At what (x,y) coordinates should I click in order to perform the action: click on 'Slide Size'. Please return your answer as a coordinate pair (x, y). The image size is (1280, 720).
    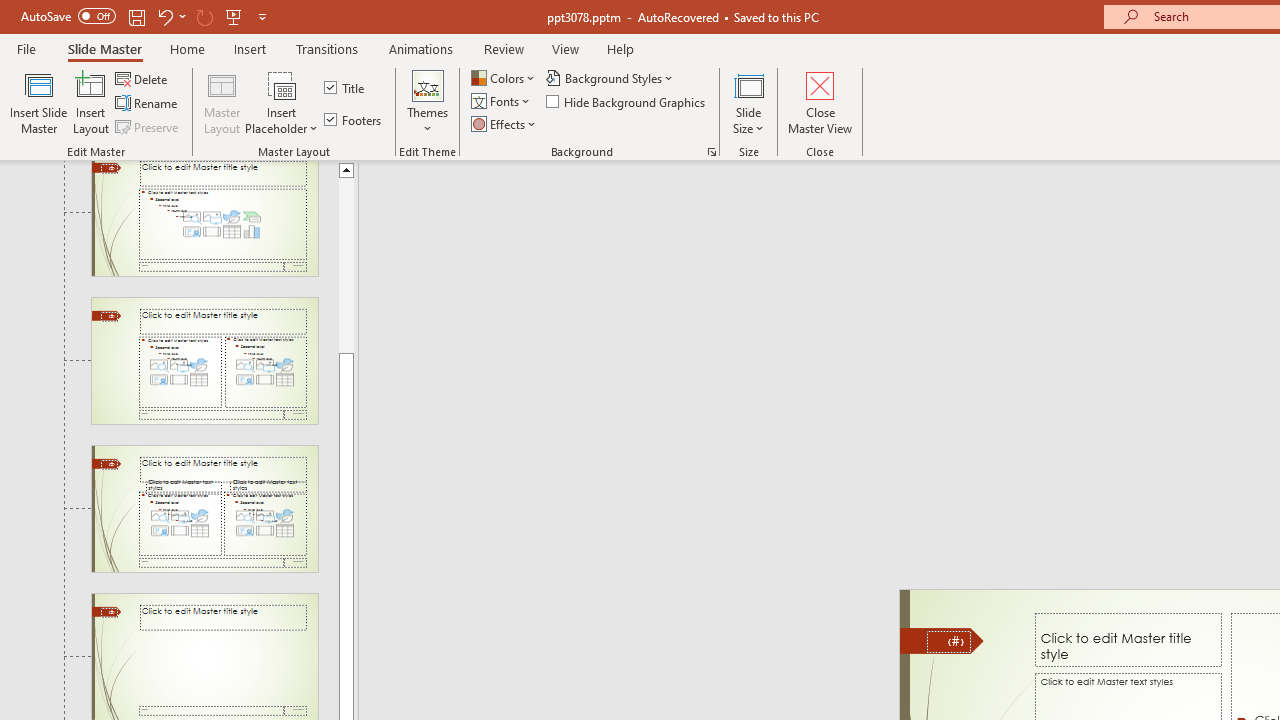
    Looking at the image, I should click on (748, 103).